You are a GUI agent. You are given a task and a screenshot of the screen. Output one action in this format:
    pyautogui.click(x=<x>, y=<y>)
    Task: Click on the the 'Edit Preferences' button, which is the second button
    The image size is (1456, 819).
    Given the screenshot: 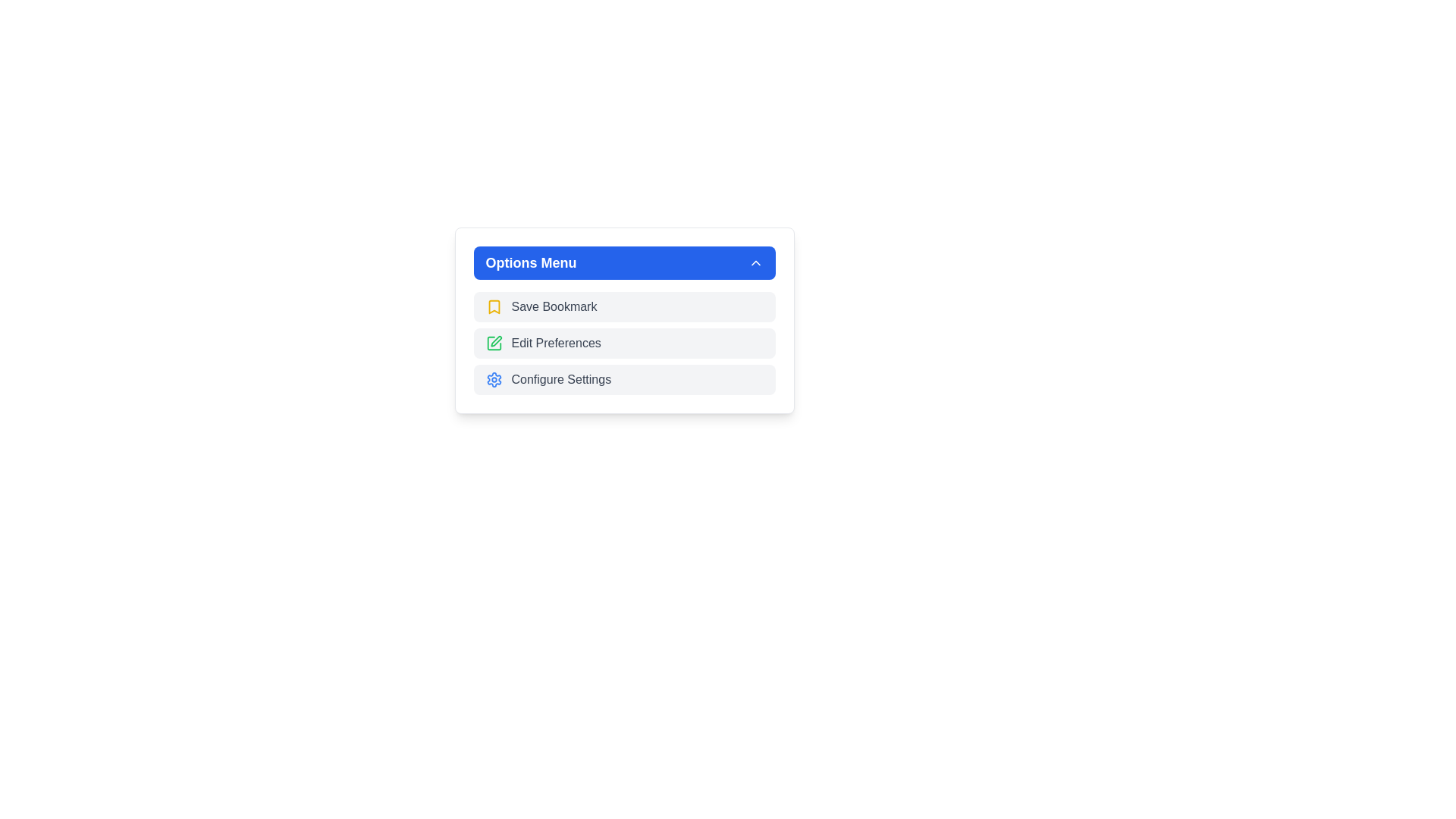 What is the action you would take?
    pyautogui.click(x=624, y=343)
    